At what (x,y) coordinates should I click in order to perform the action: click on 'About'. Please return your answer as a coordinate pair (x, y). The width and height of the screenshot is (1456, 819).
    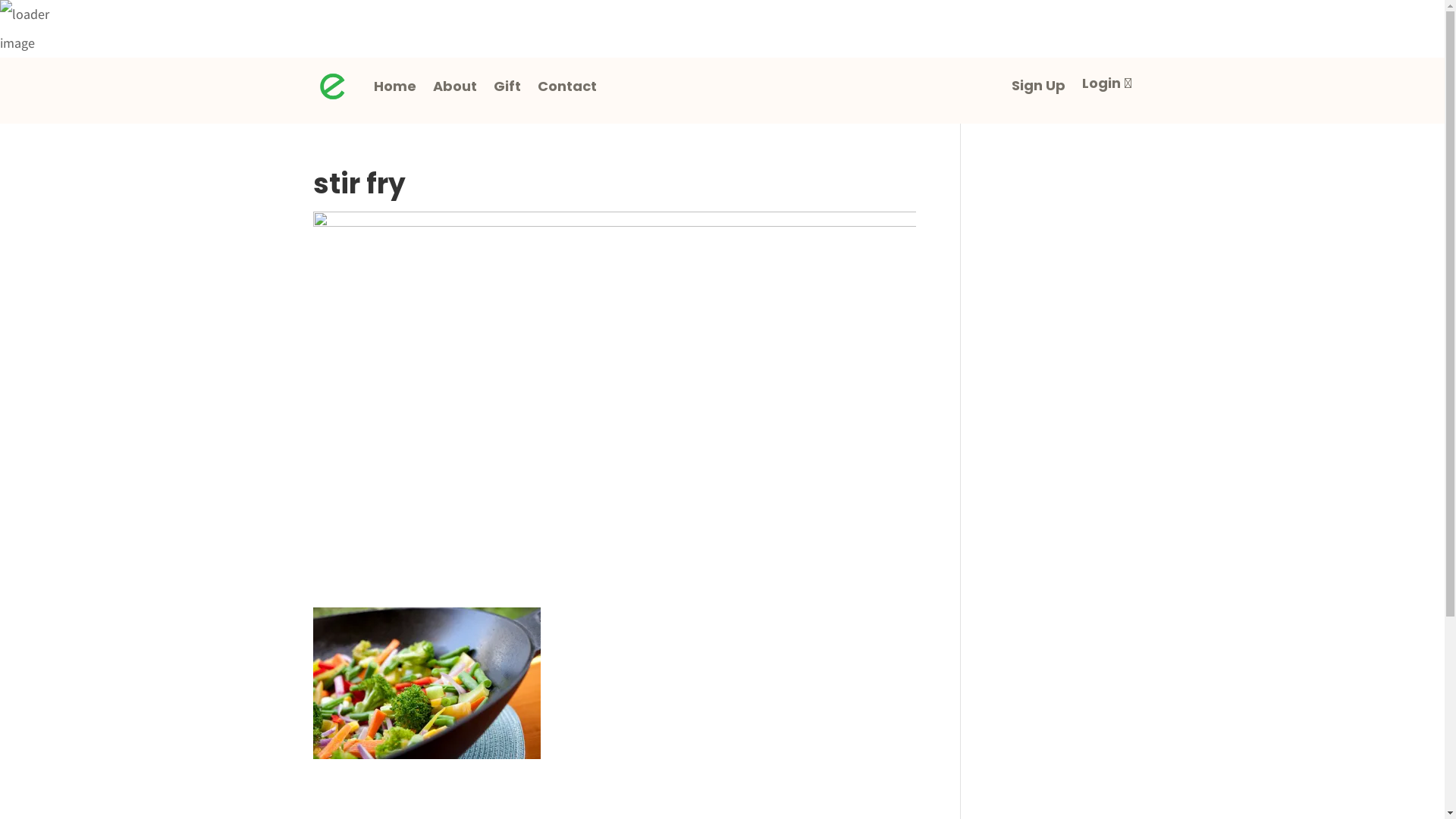
    Looking at the image, I should click on (431, 86).